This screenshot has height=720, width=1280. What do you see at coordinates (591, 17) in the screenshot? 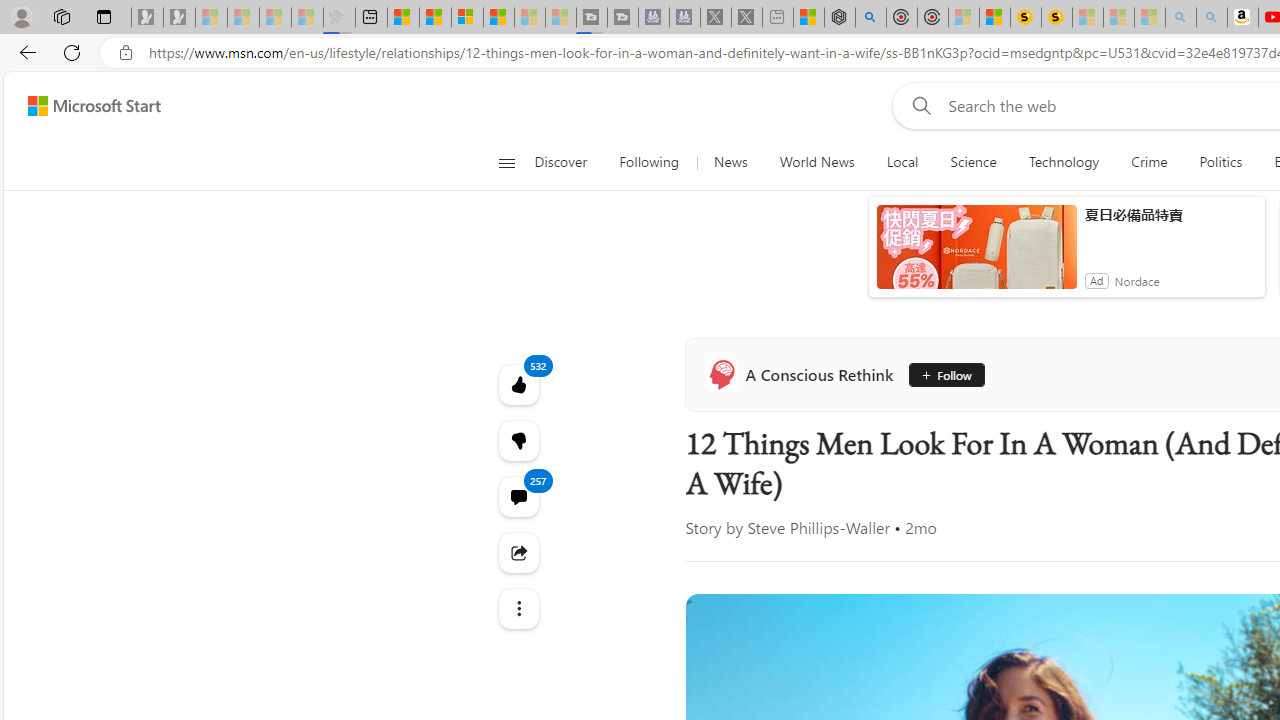
I see `'Streaming Coverage | T3 - Sleeping'` at bounding box center [591, 17].